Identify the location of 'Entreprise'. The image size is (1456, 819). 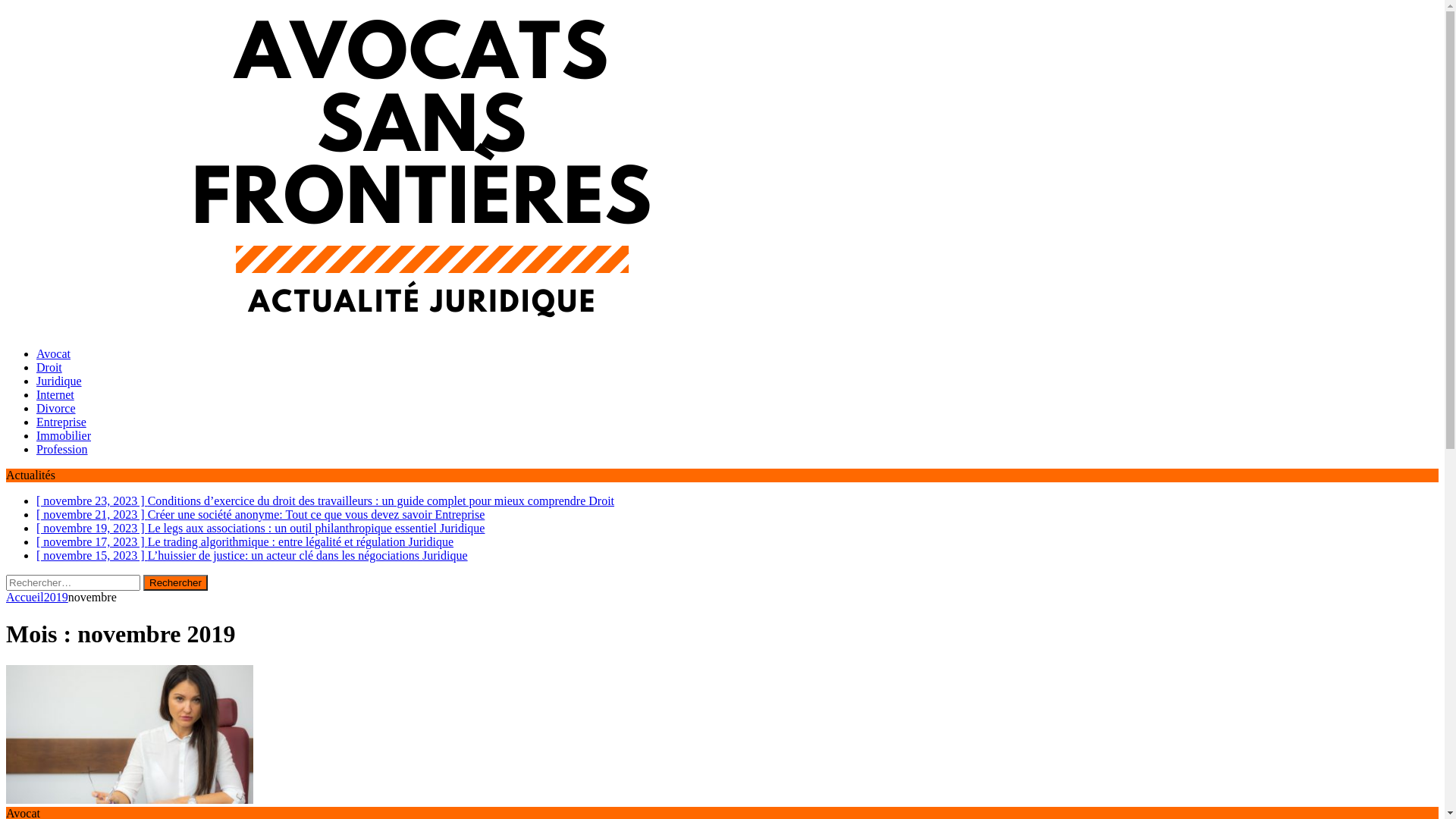
(61, 422).